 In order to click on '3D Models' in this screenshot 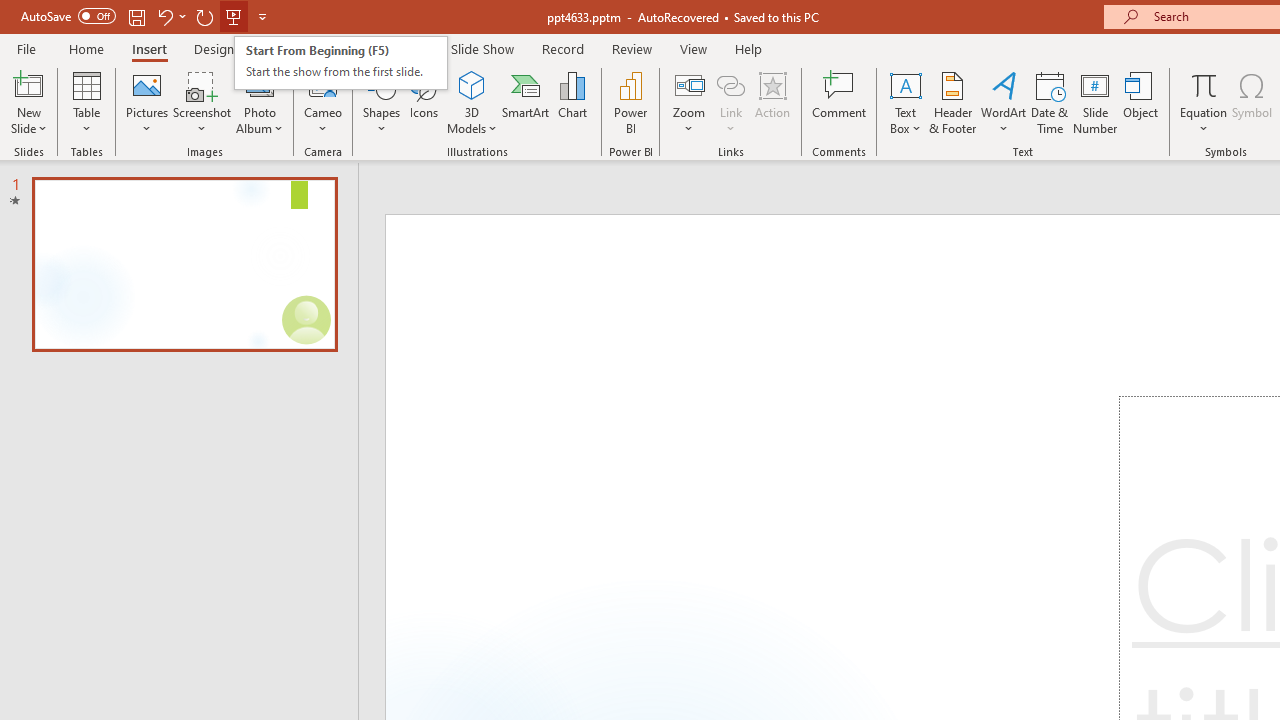, I will do `click(471, 84)`.